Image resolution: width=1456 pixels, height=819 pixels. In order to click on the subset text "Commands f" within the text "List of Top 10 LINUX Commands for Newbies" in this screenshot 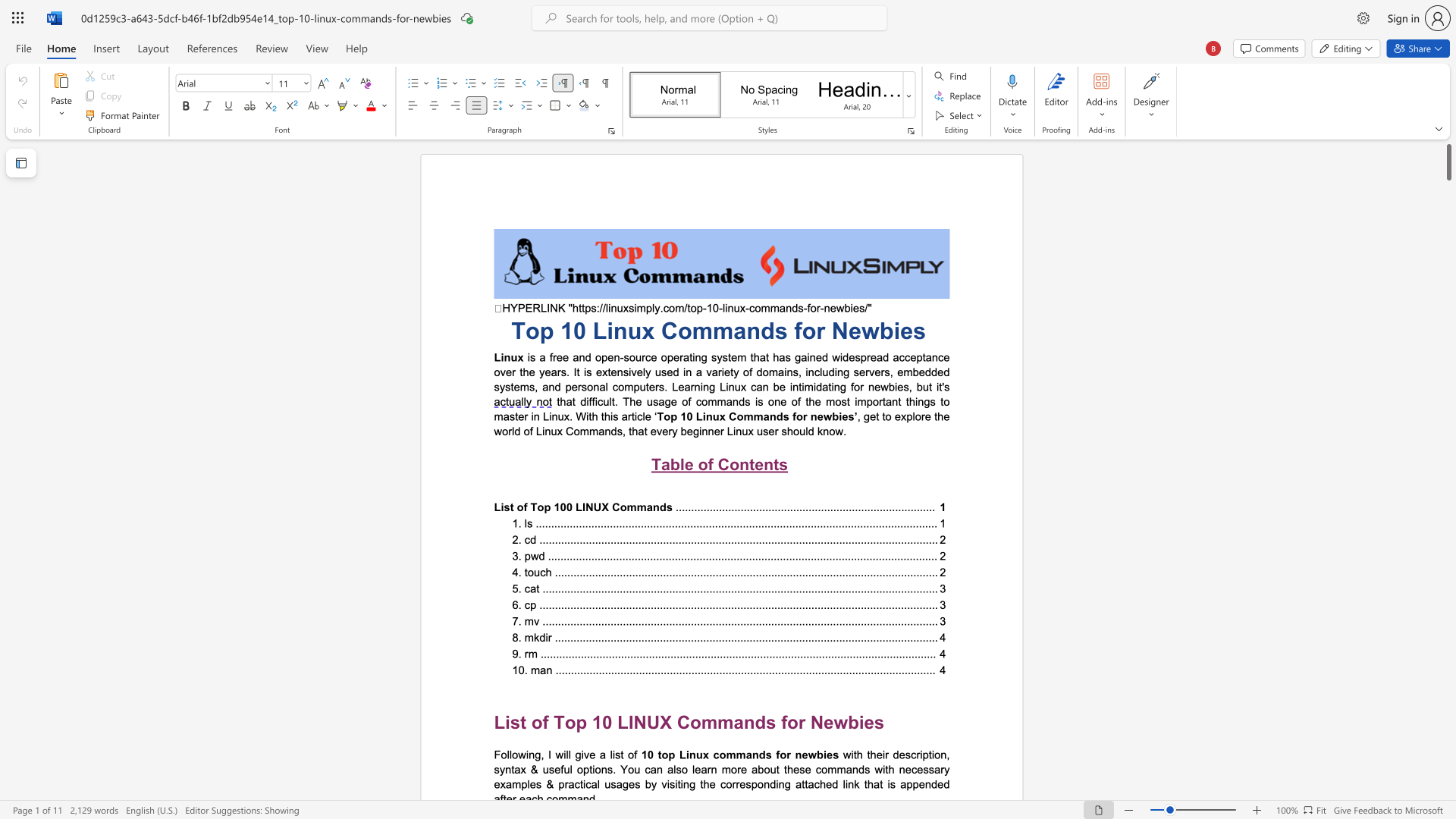, I will do `click(676, 721)`.